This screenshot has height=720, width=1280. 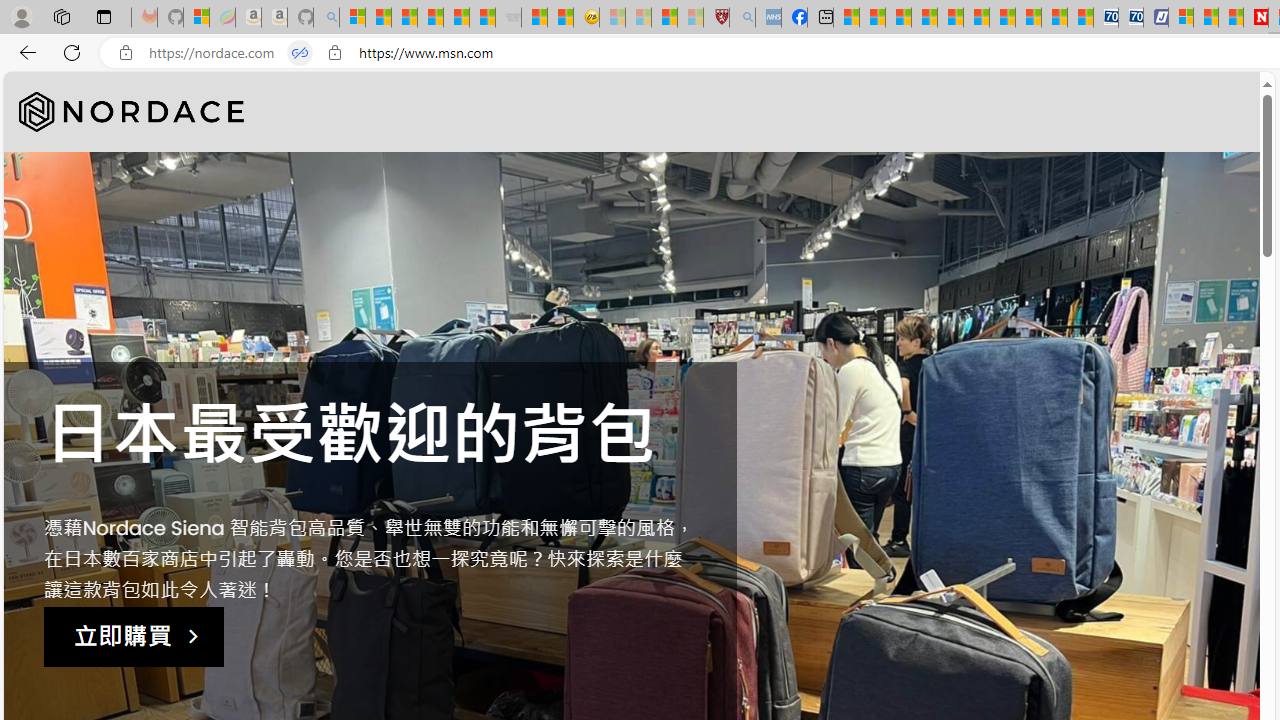 I want to click on 'Climate Damage Becomes Too Severe To Reverse', so click(x=923, y=17).